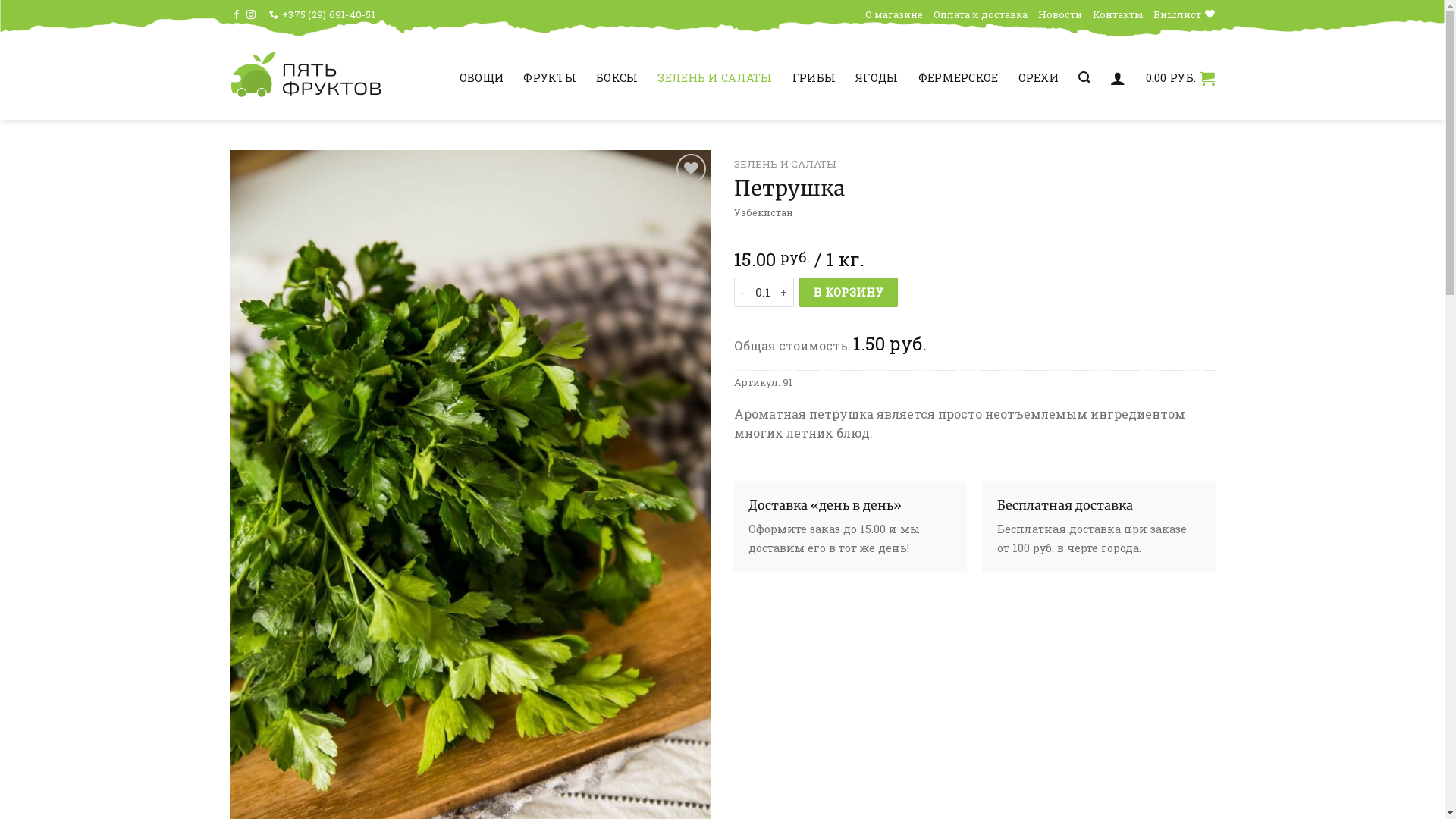 Image resolution: width=1456 pixels, height=819 pixels. What do you see at coordinates (0, 0) in the screenshot?
I see `'Skip to content'` at bounding box center [0, 0].